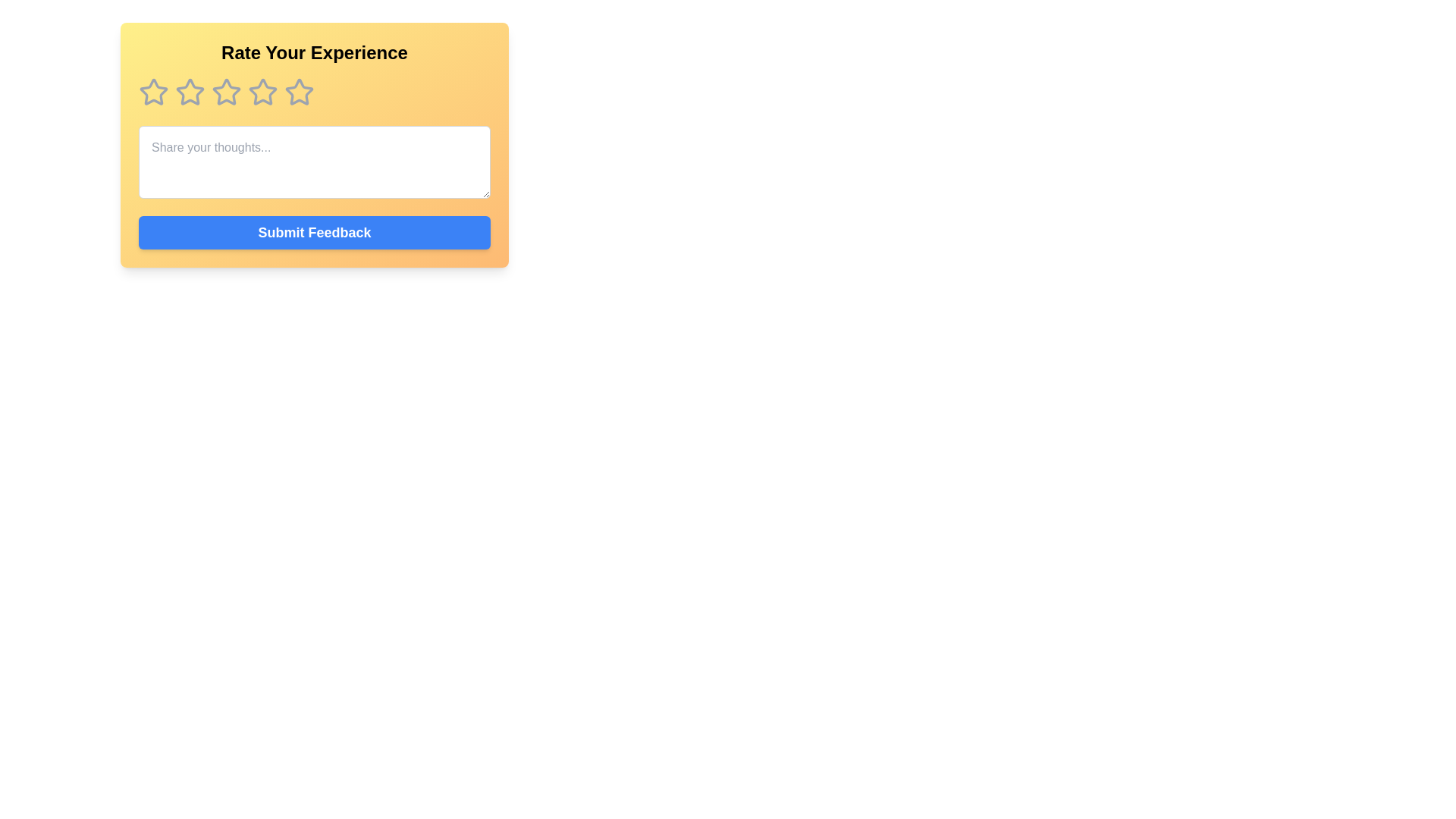 This screenshot has width=1456, height=819. What do you see at coordinates (153, 92) in the screenshot?
I see `the first star rating icon, which is styled with a gray outline and located under the 'Rate Your Experience' header` at bounding box center [153, 92].